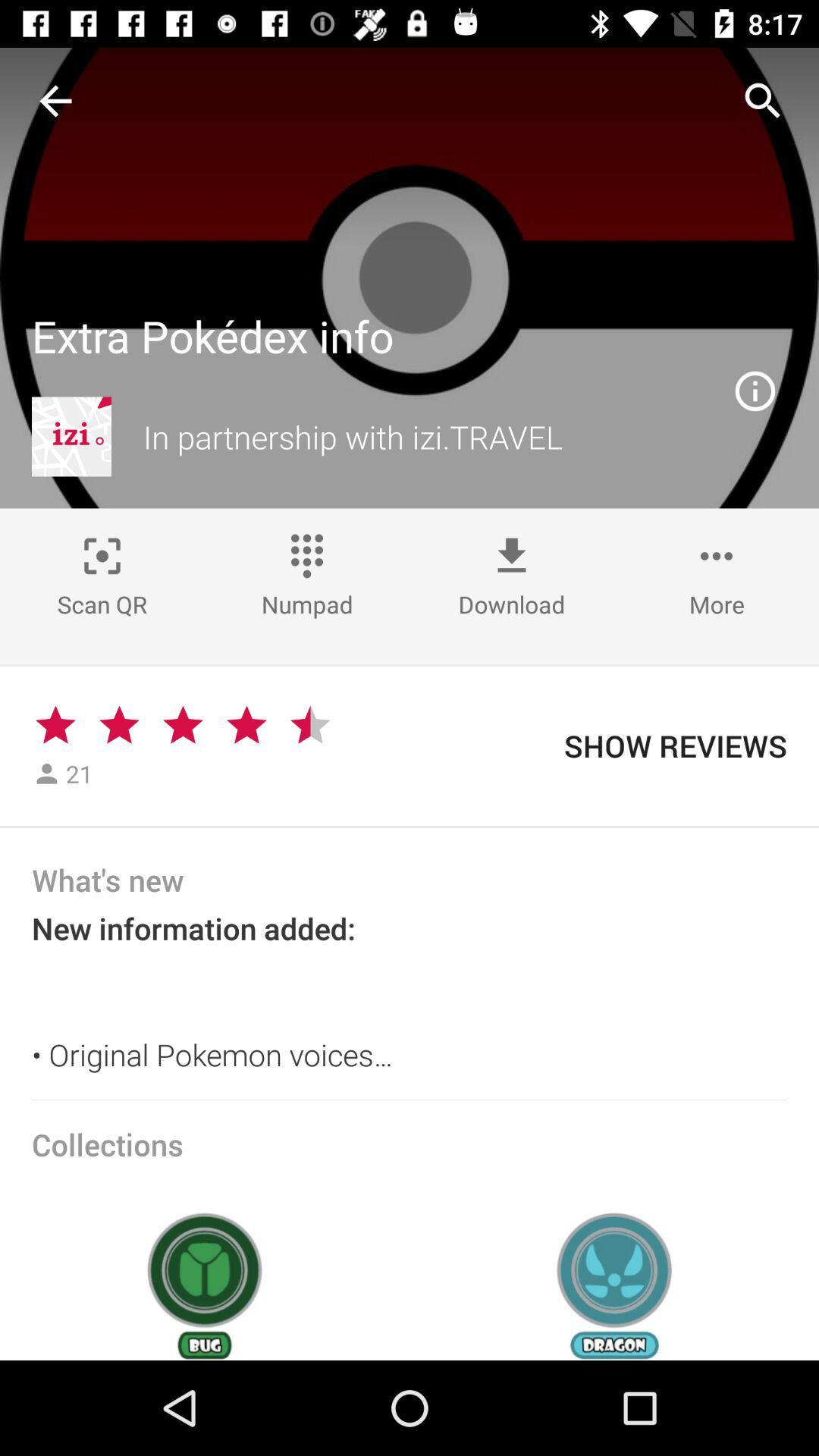 This screenshot has height=1456, width=819. What do you see at coordinates (409, 999) in the screenshot?
I see `icon below the what's new icon` at bounding box center [409, 999].